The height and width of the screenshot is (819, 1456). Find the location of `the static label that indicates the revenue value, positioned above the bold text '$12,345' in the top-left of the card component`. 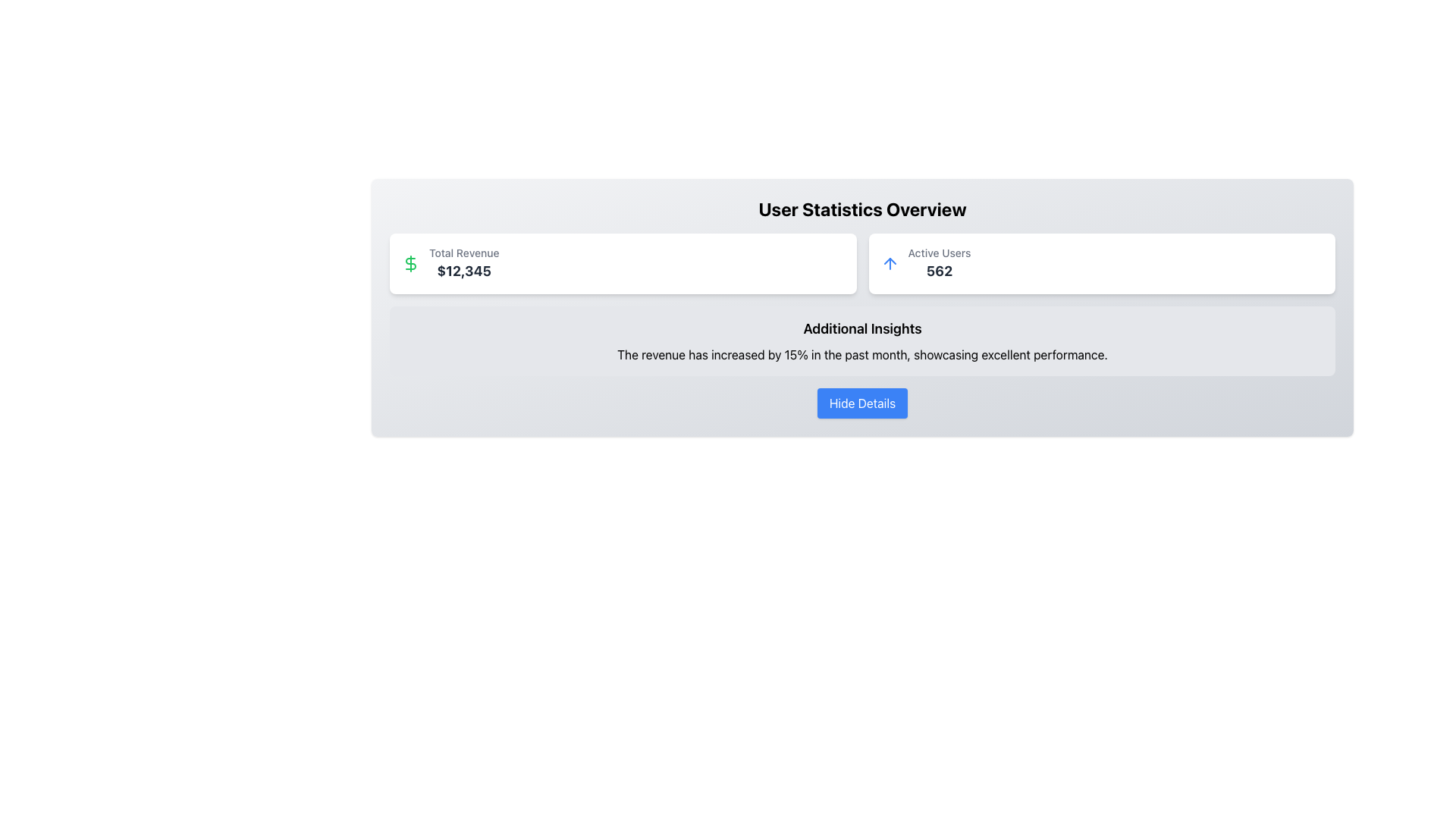

the static label that indicates the revenue value, positioned above the bold text '$12,345' in the top-left of the card component is located at coordinates (463, 253).